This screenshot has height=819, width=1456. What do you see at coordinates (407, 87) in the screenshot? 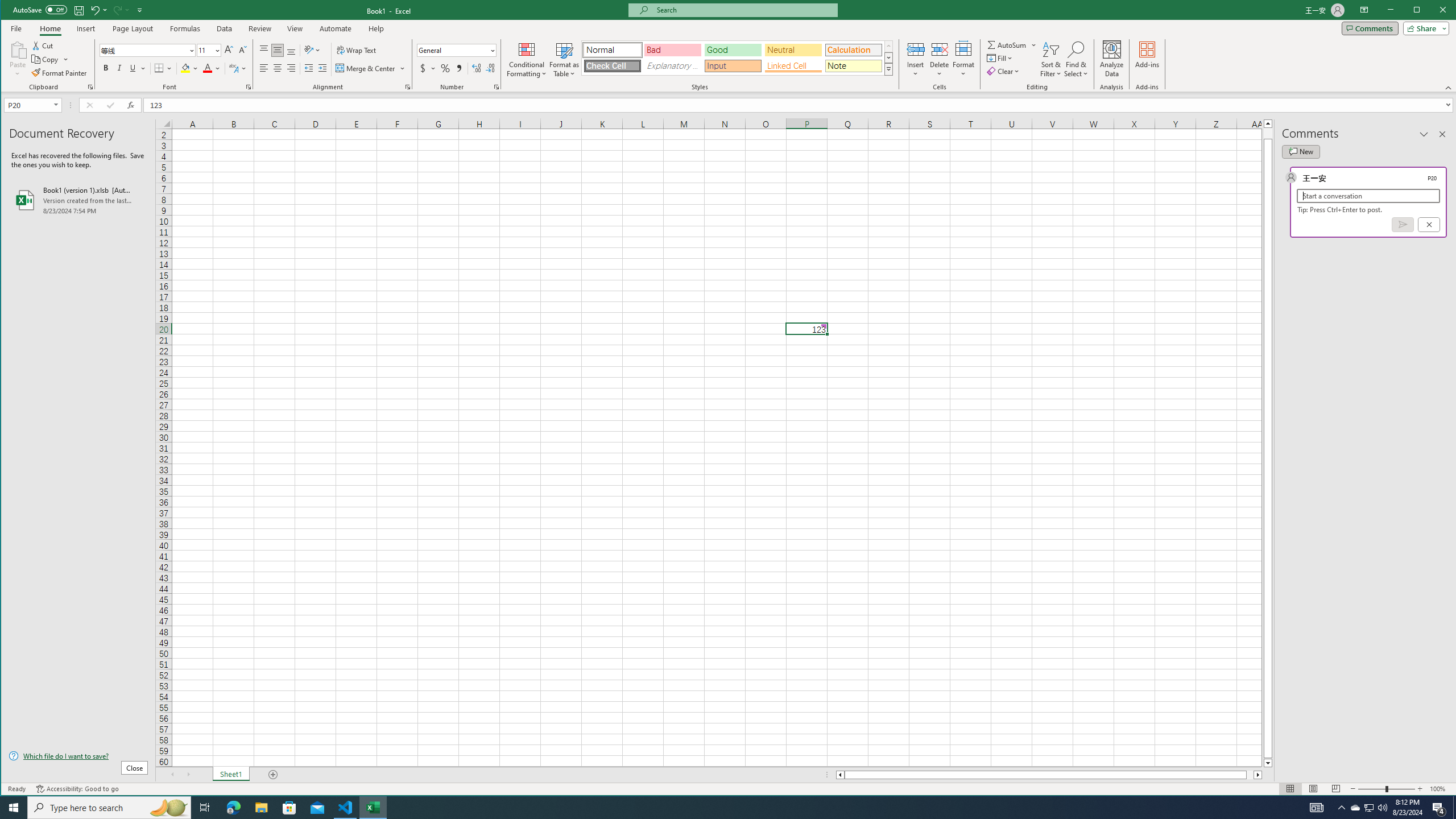
I see `'Format Cell Alignment'` at bounding box center [407, 87].